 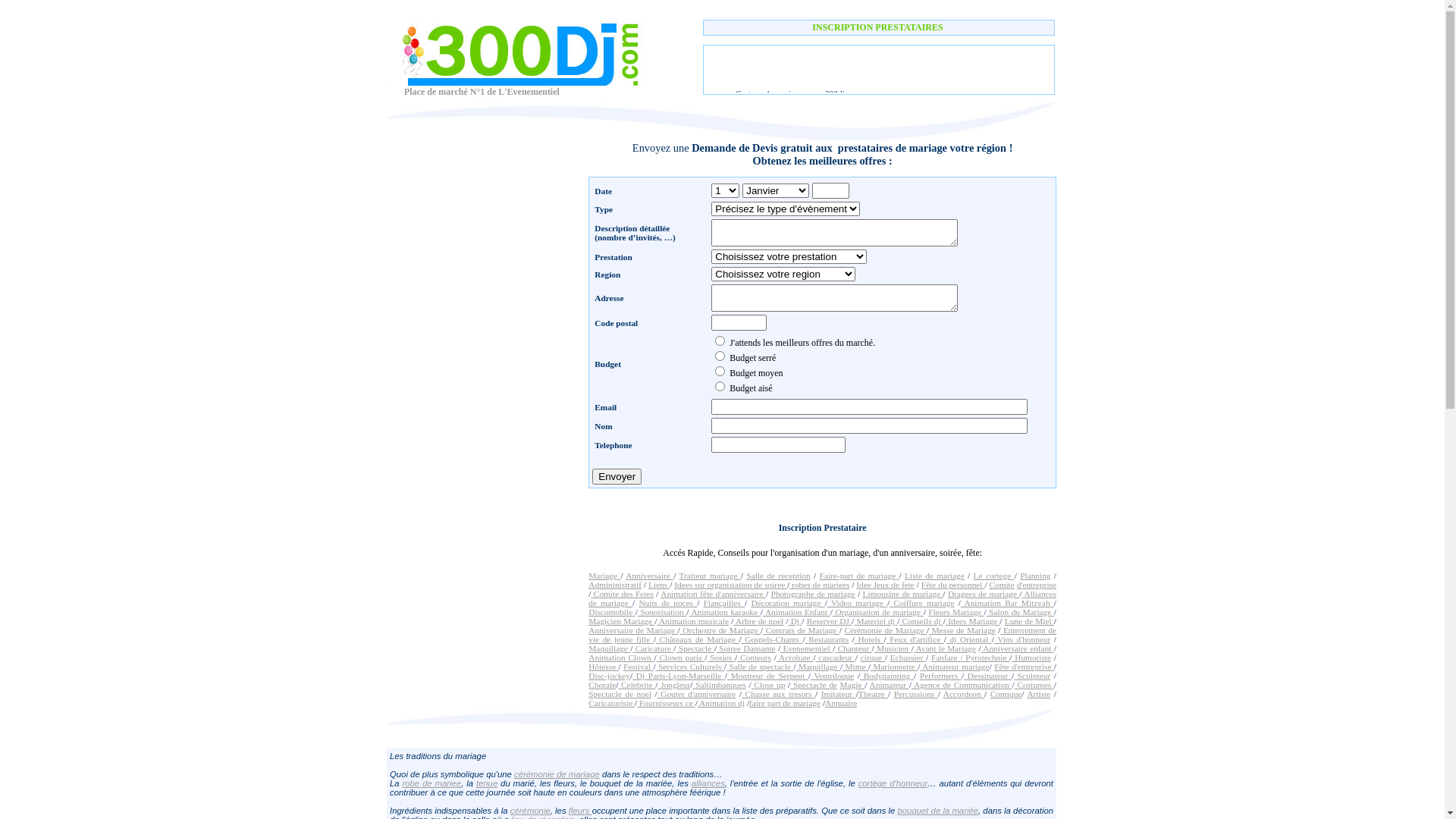 I want to click on 'Idees Mariage', so click(x=972, y=620).